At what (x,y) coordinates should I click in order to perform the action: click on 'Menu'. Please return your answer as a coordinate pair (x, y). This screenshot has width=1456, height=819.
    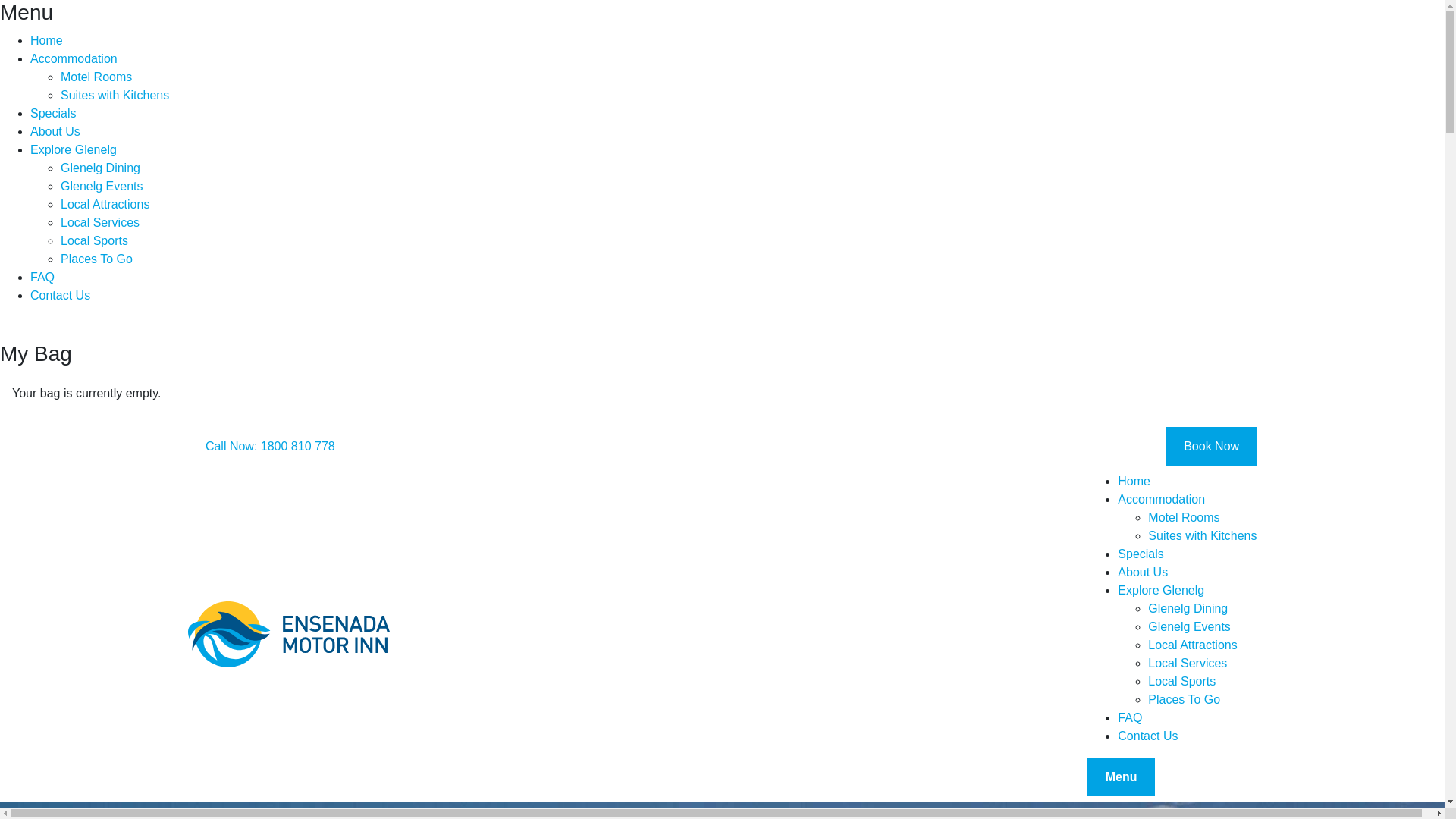
    Looking at the image, I should click on (1121, 777).